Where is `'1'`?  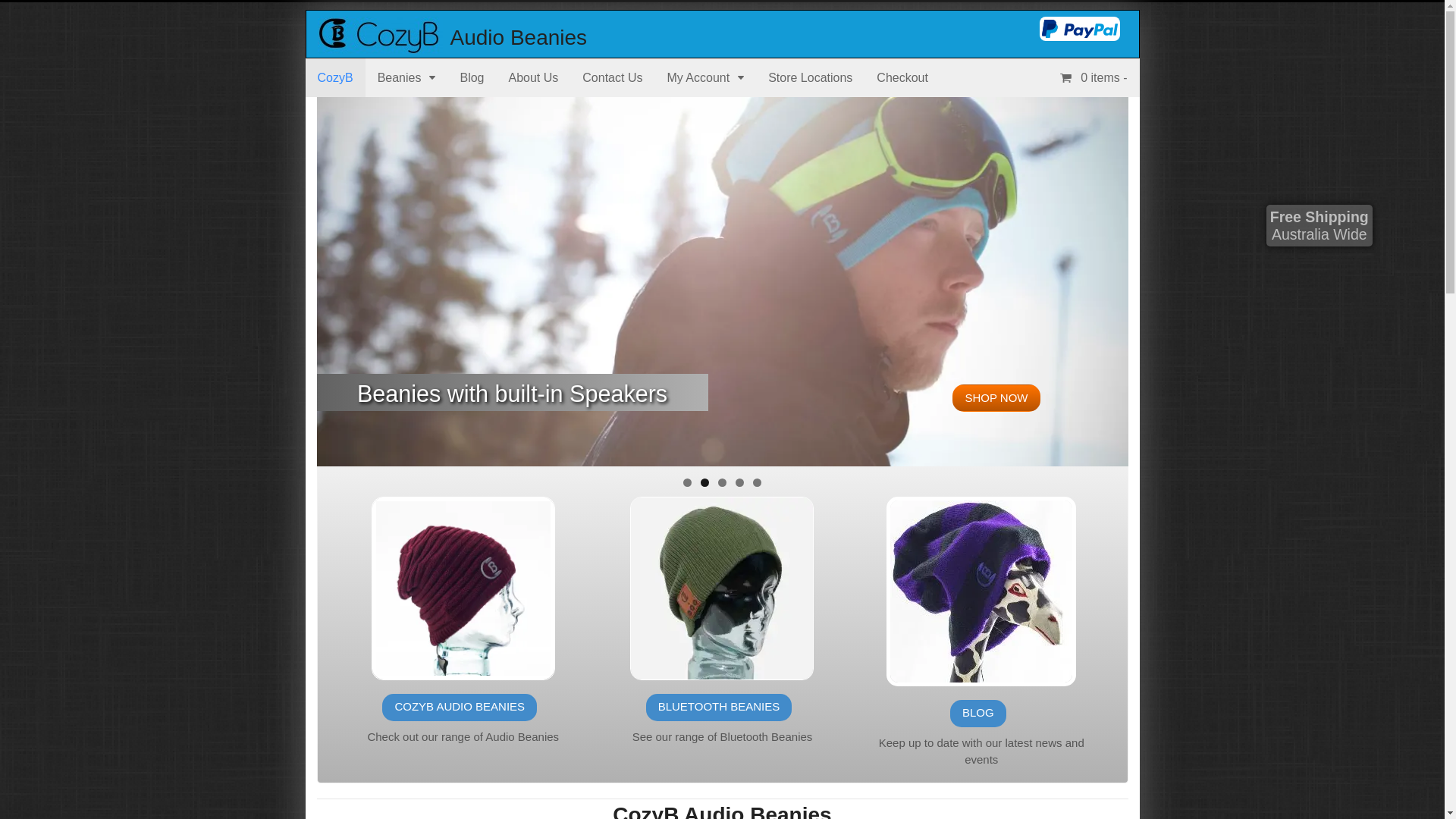 '1' is located at coordinates (686, 482).